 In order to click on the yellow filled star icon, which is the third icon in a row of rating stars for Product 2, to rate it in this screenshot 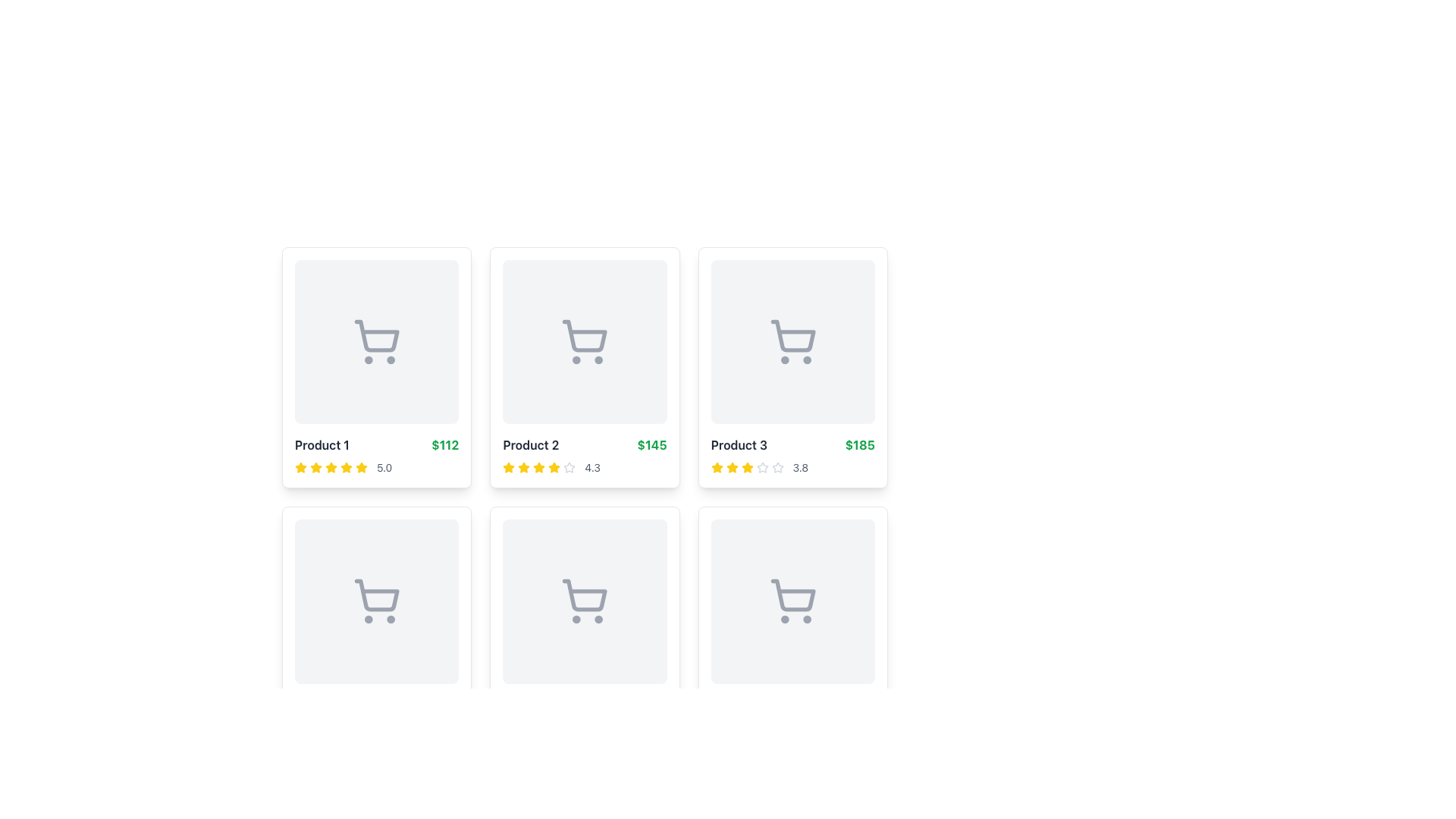, I will do `click(524, 467)`.